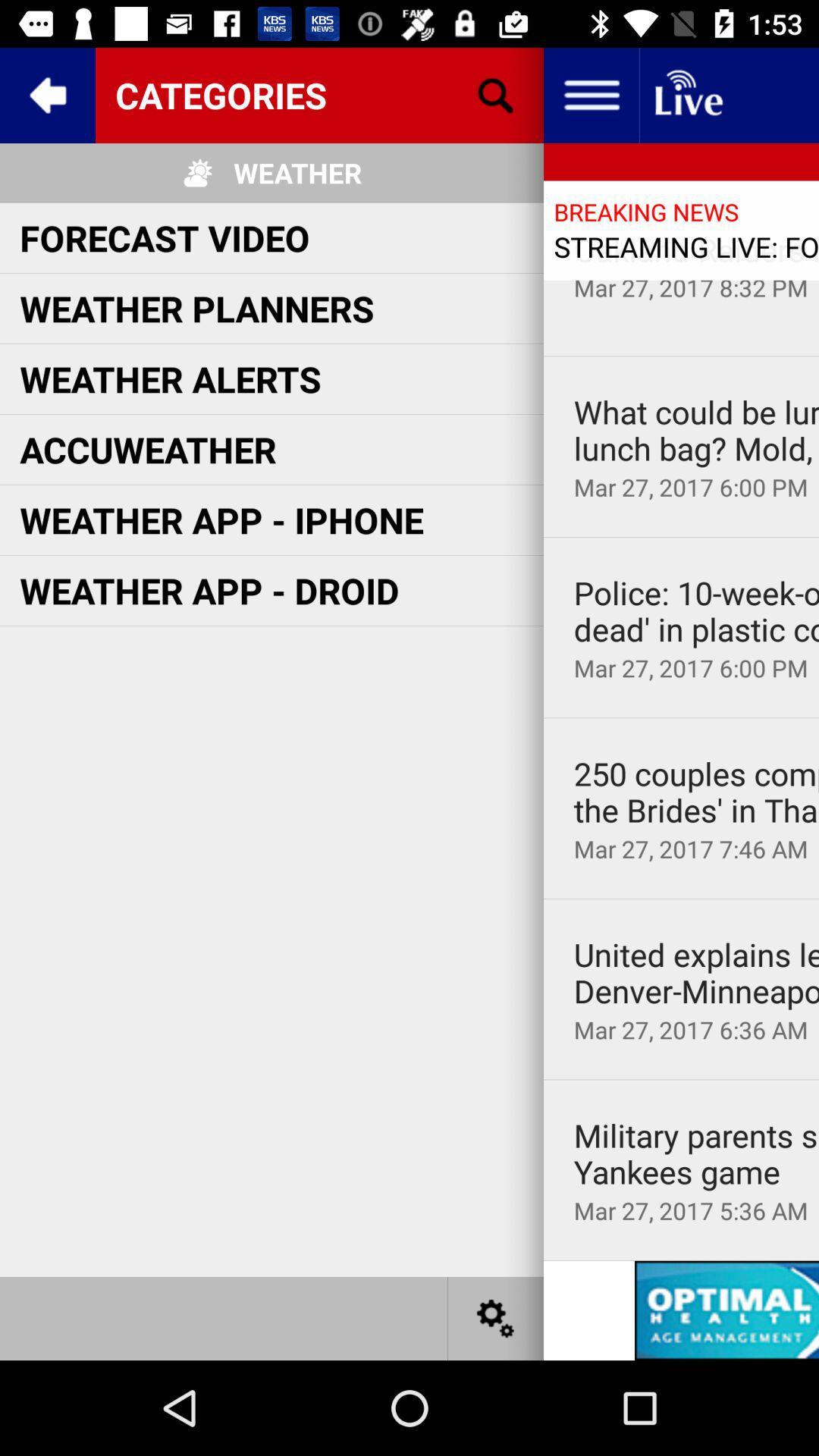 The height and width of the screenshot is (1456, 819). Describe the element at coordinates (148, 448) in the screenshot. I see `accuweather icon` at that location.